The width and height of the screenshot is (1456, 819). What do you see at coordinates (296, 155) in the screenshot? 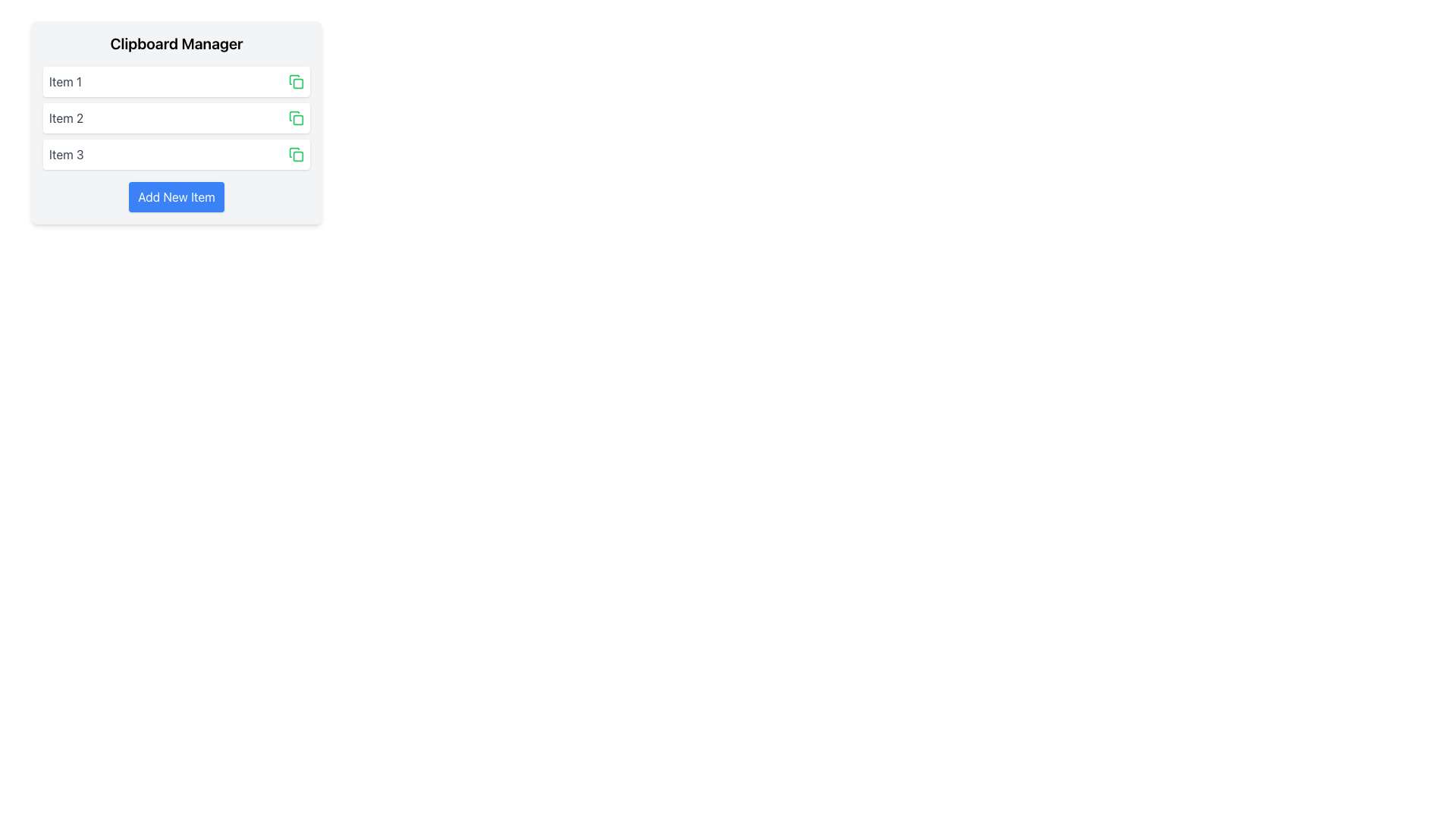
I see `the green icon resembling overlapping squares located in the far-right of the 'Item 3' row within the clipboard manager` at bounding box center [296, 155].